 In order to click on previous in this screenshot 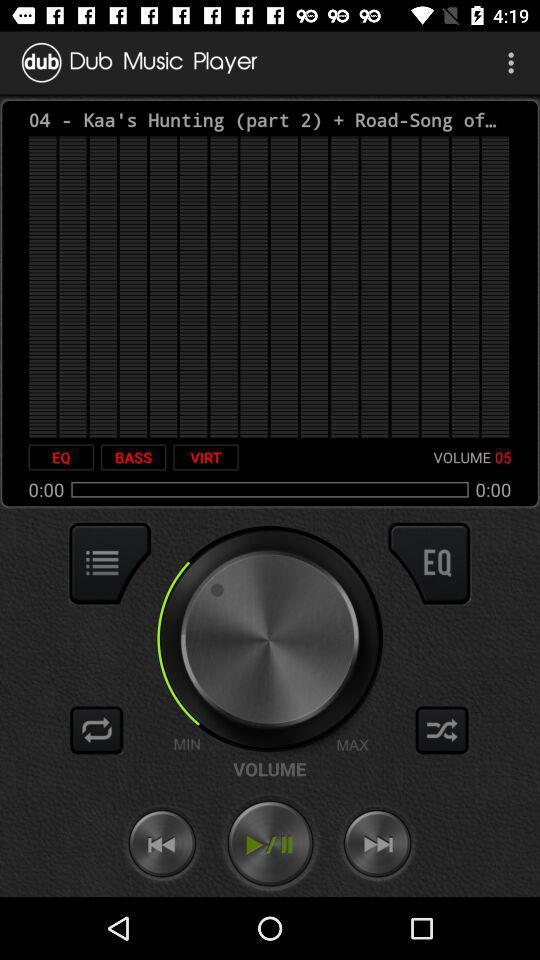, I will do `click(161, 843)`.